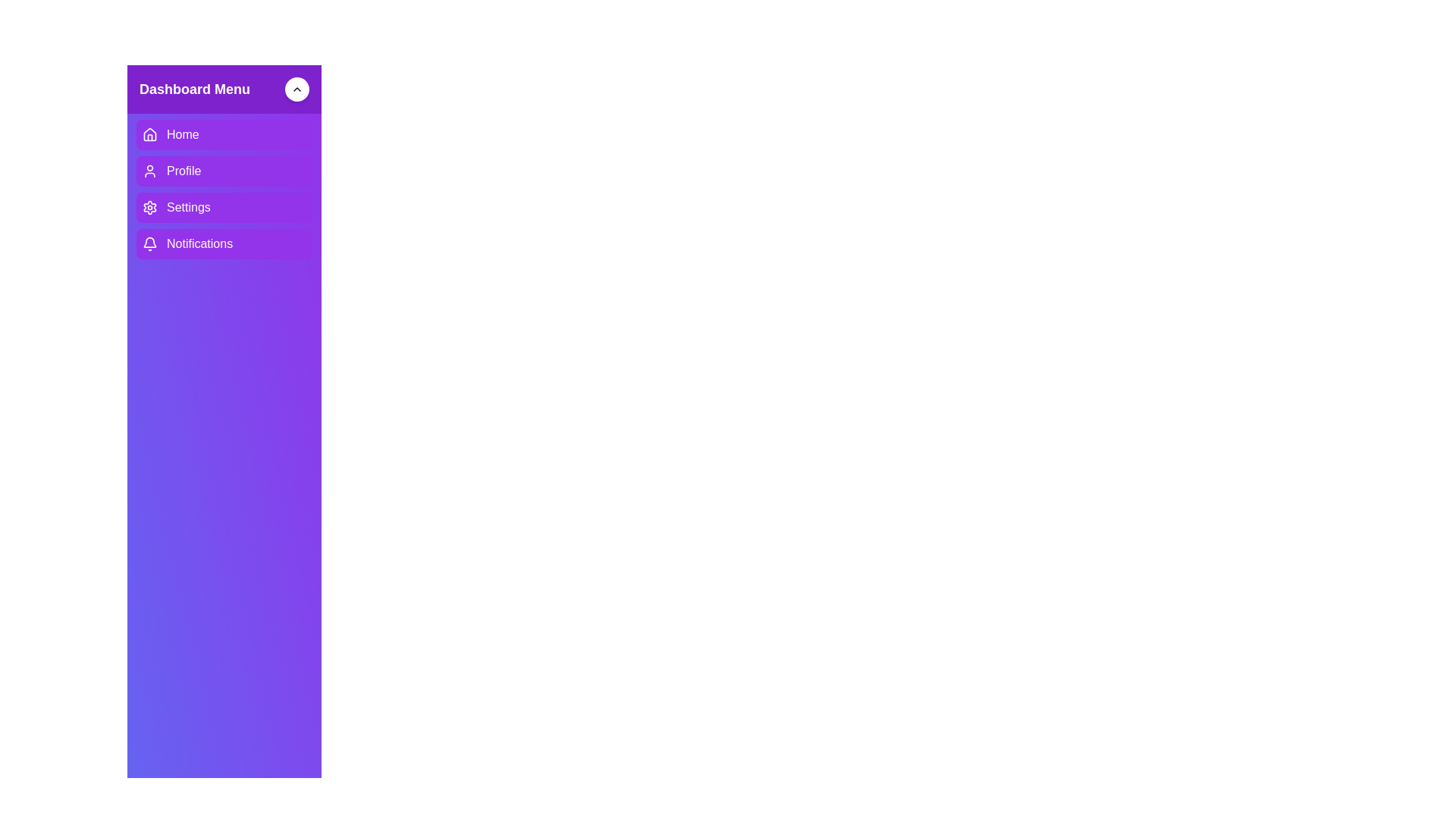 This screenshot has width=1456, height=819. What do you see at coordinates (149, 133) in the screenshot?
I see `the house-shaped icon in the top-left portion of the menu bar` at bounding box center [149, 133].